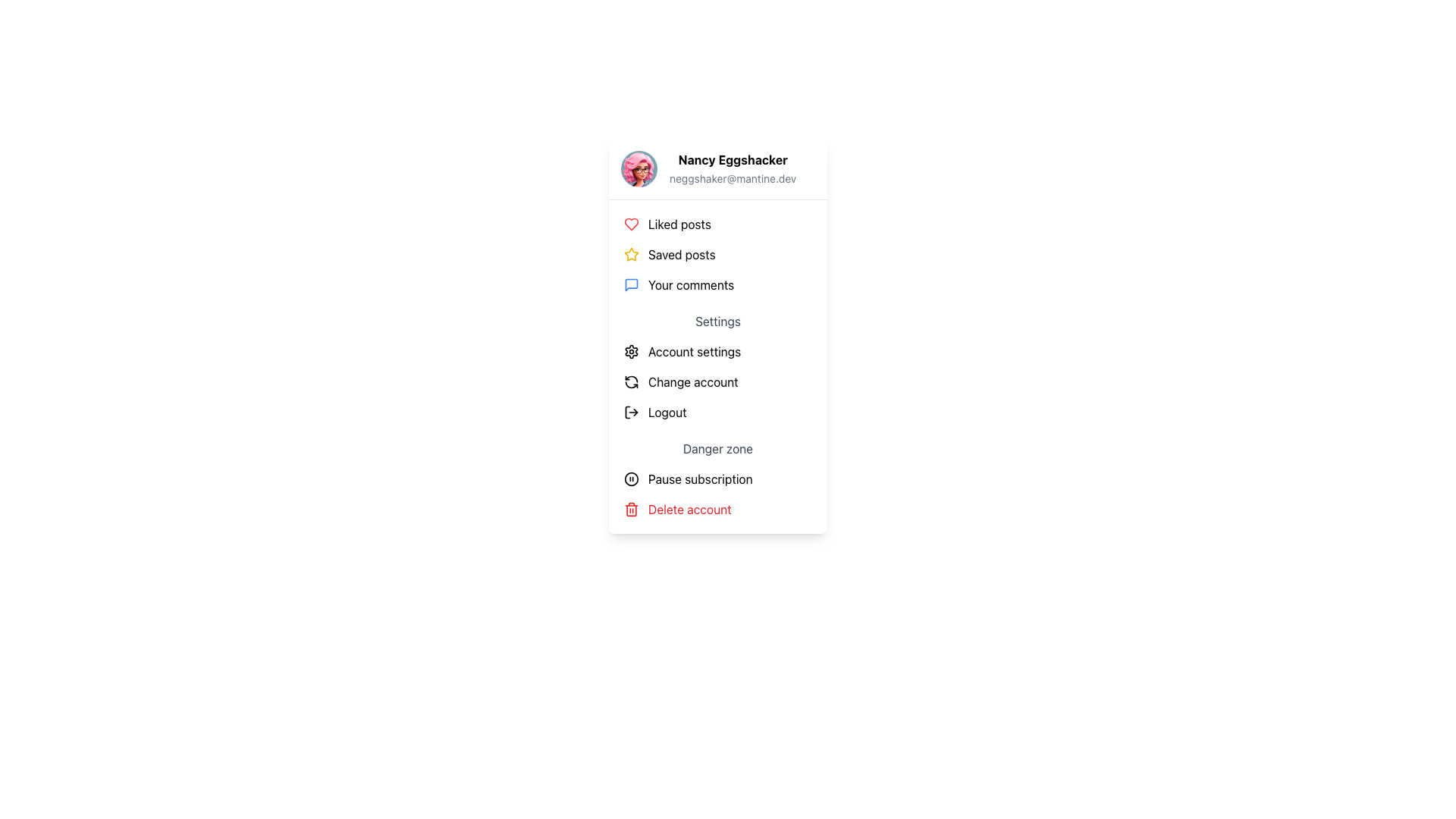 Image resolution: width=1456 pixels, height=819 pixels. I want to click on information displayed in the user profile block, which includes the user's avatar, name, and email, positioned at the top of the menu, so click(717, 169).